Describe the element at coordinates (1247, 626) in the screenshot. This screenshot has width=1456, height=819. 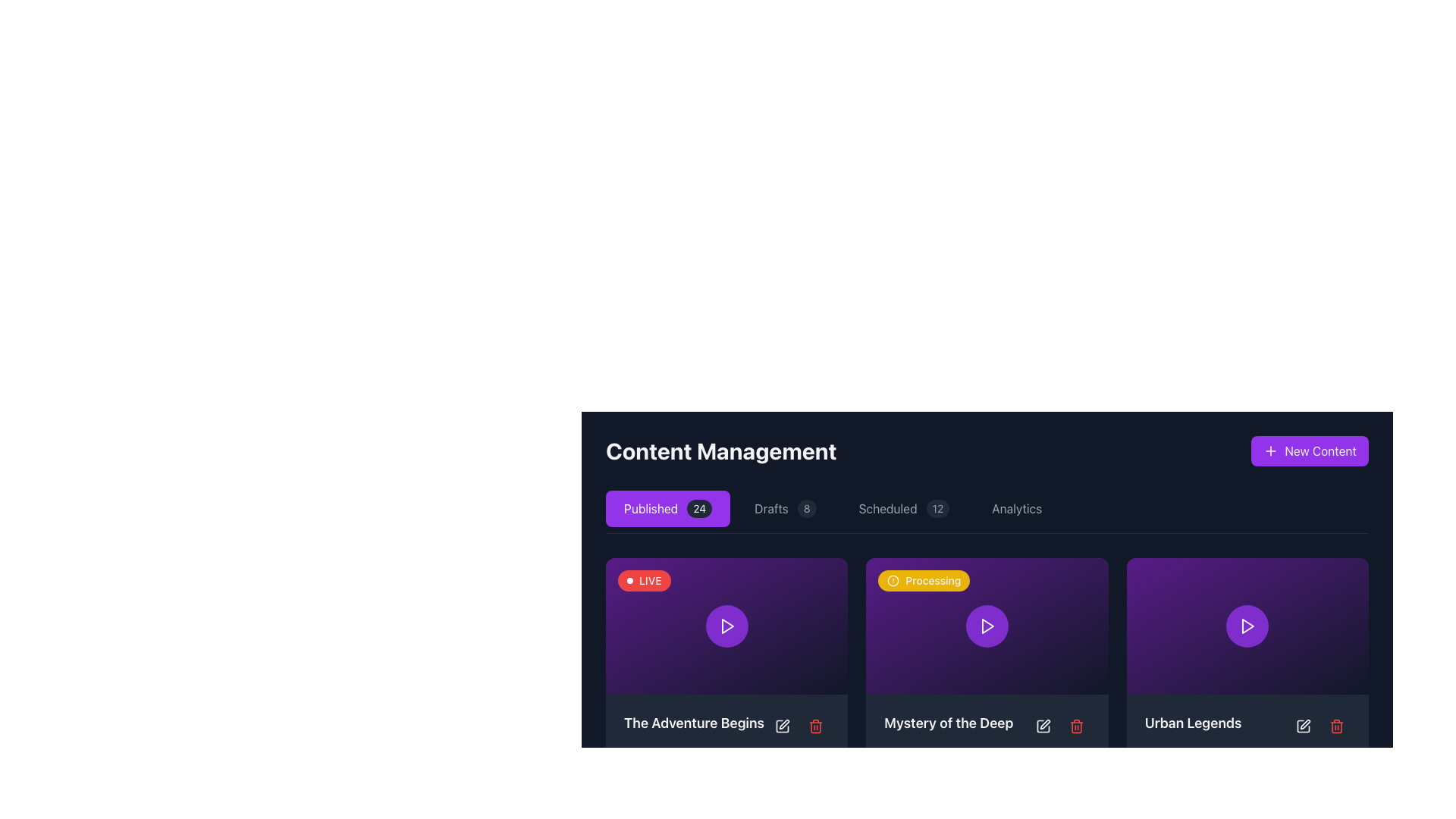
I see `the triangular 'Play' icon outlined within a circle, located in the 'Urban Legends' section at the rightmost card in the content grid` at that location.